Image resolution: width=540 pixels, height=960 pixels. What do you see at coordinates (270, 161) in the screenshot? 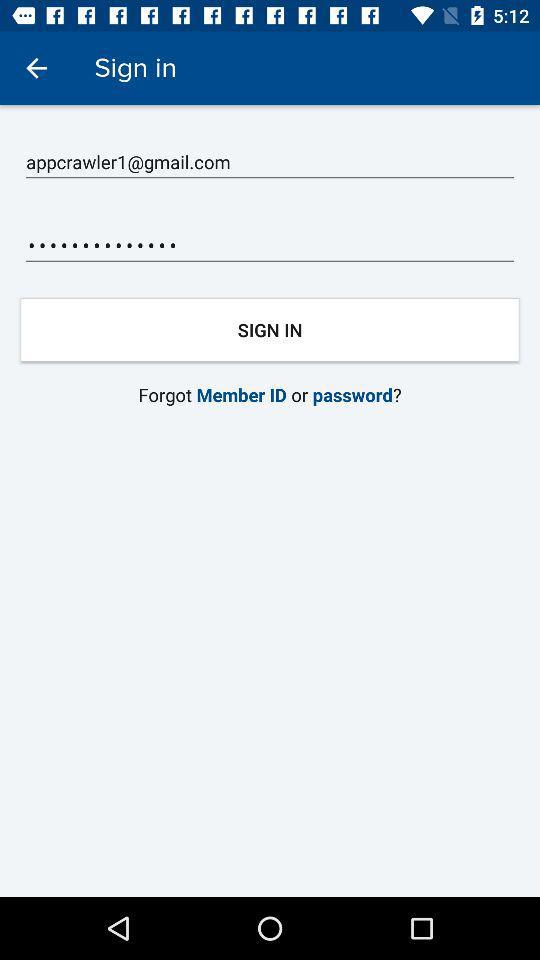
I see `appcrawler1@gmail.com icon` at bounding box center [270, 161].